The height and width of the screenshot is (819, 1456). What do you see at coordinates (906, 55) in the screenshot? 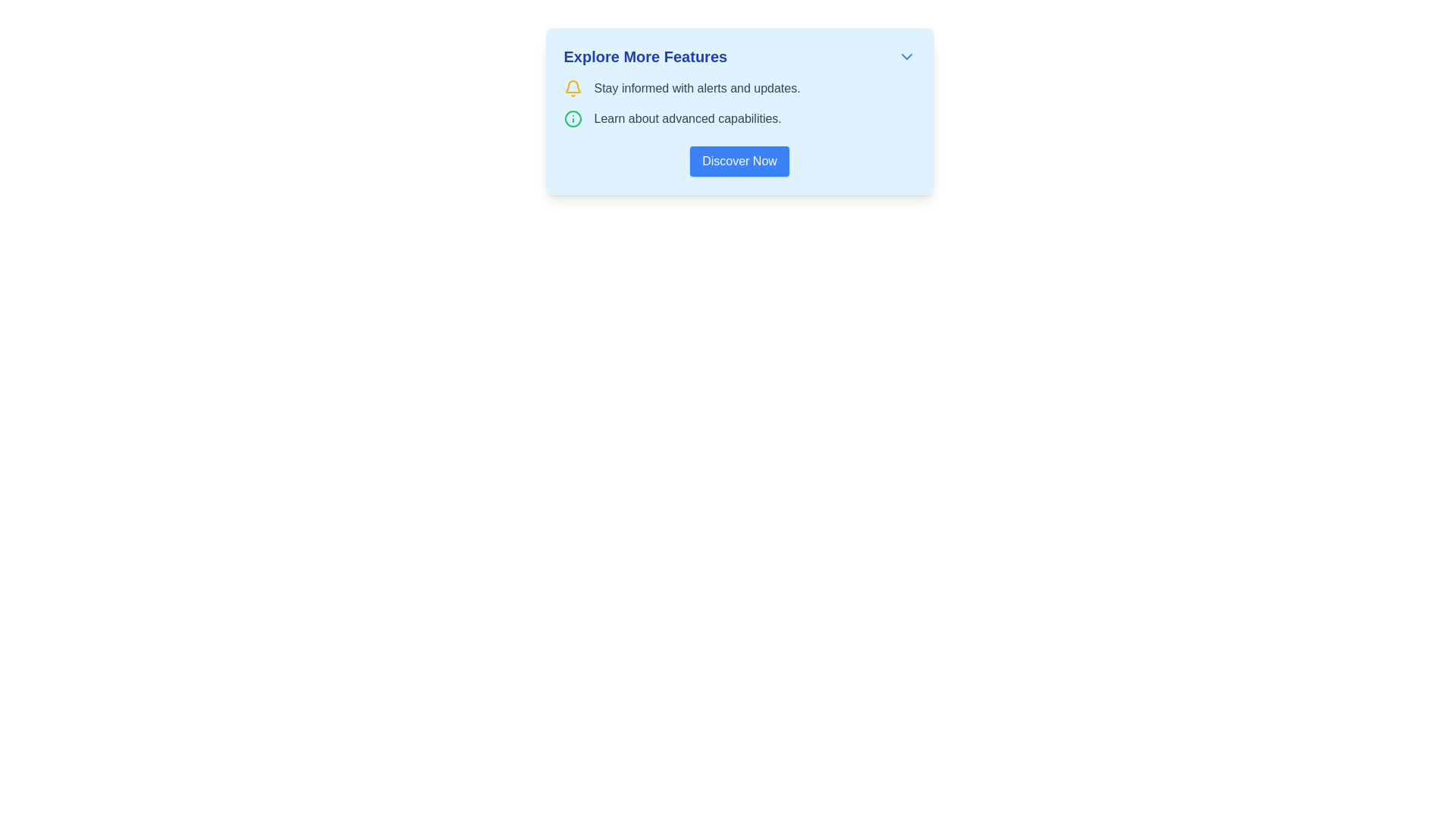
I see `the downward-pointing blue chevron icon located to the right of the text 'Explore More Features'` at bounding box center [906, 55].